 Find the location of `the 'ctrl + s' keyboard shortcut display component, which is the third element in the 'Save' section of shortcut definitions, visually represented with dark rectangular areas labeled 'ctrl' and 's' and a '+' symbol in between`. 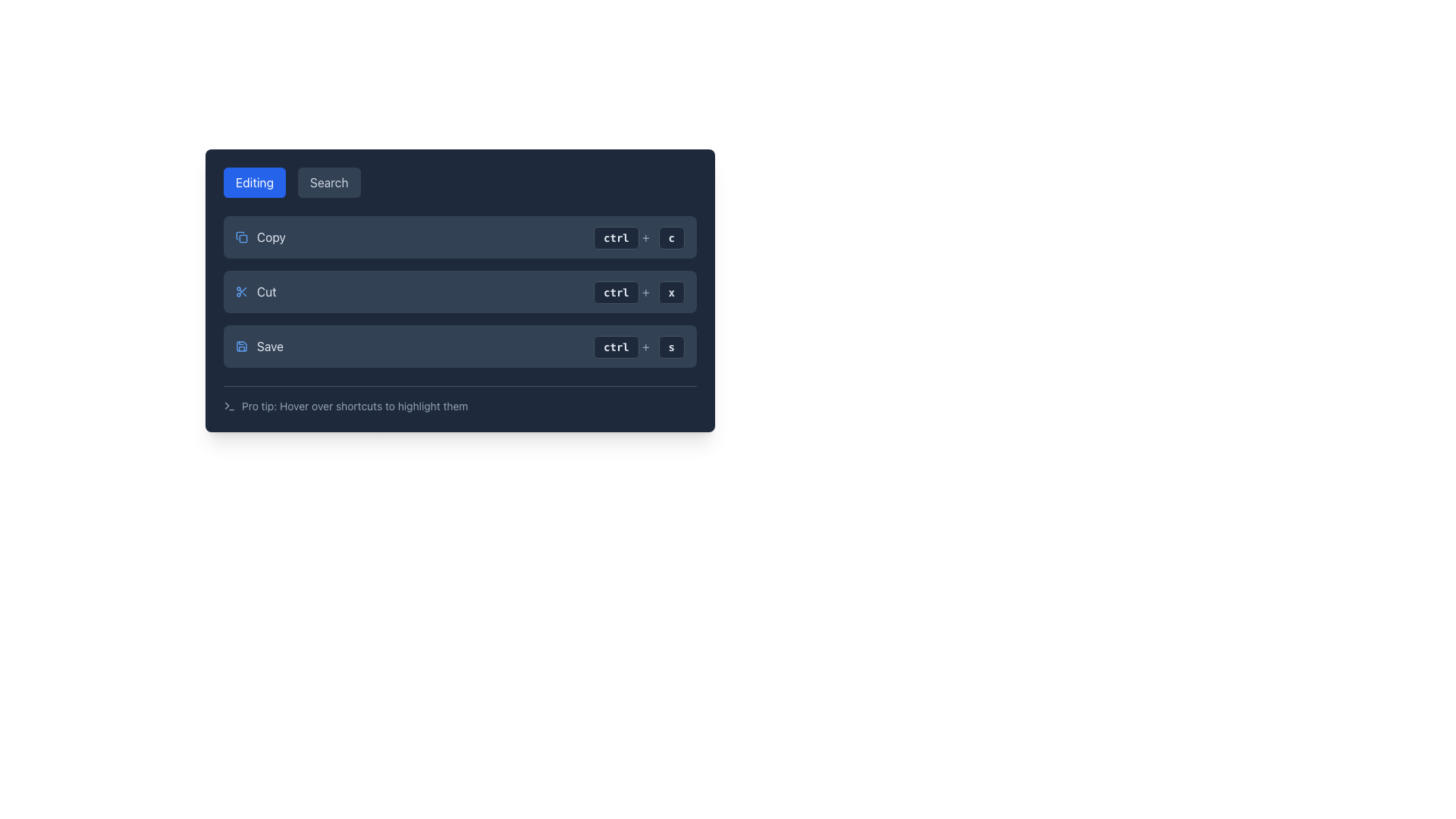

the 'ctrl + s' keyboard shortcut display component, which is the third element in the 'Save' section of shortcut definitions, visually represented with dark rectangular areas labeled 'ctrl' and 's' and a '+' symbol in between is located at coordinates (639, 346).